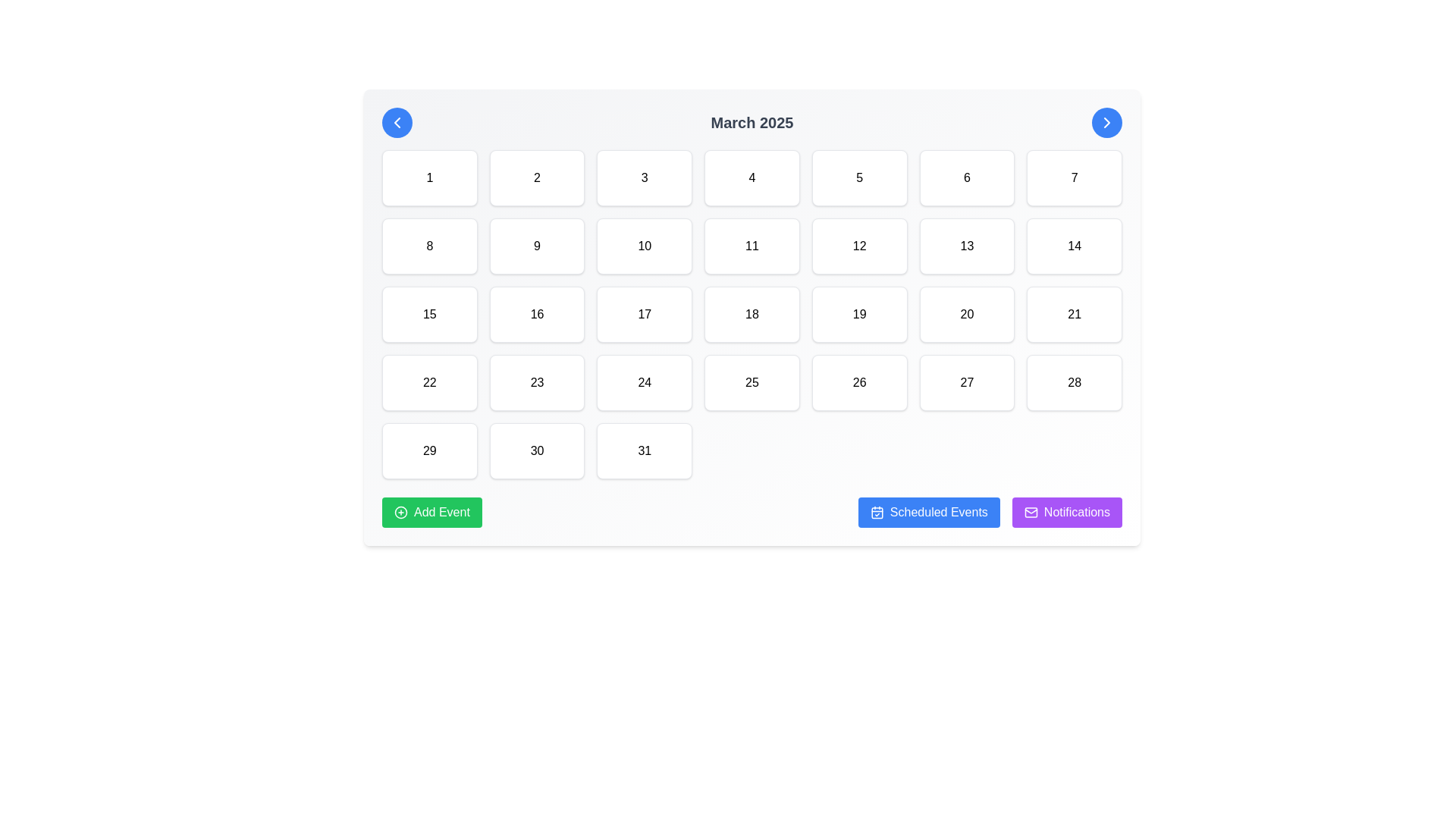  I want to click on the Calendar Day Cell displaying the number '17' with a white background and rounded corners, so click(645, 314).